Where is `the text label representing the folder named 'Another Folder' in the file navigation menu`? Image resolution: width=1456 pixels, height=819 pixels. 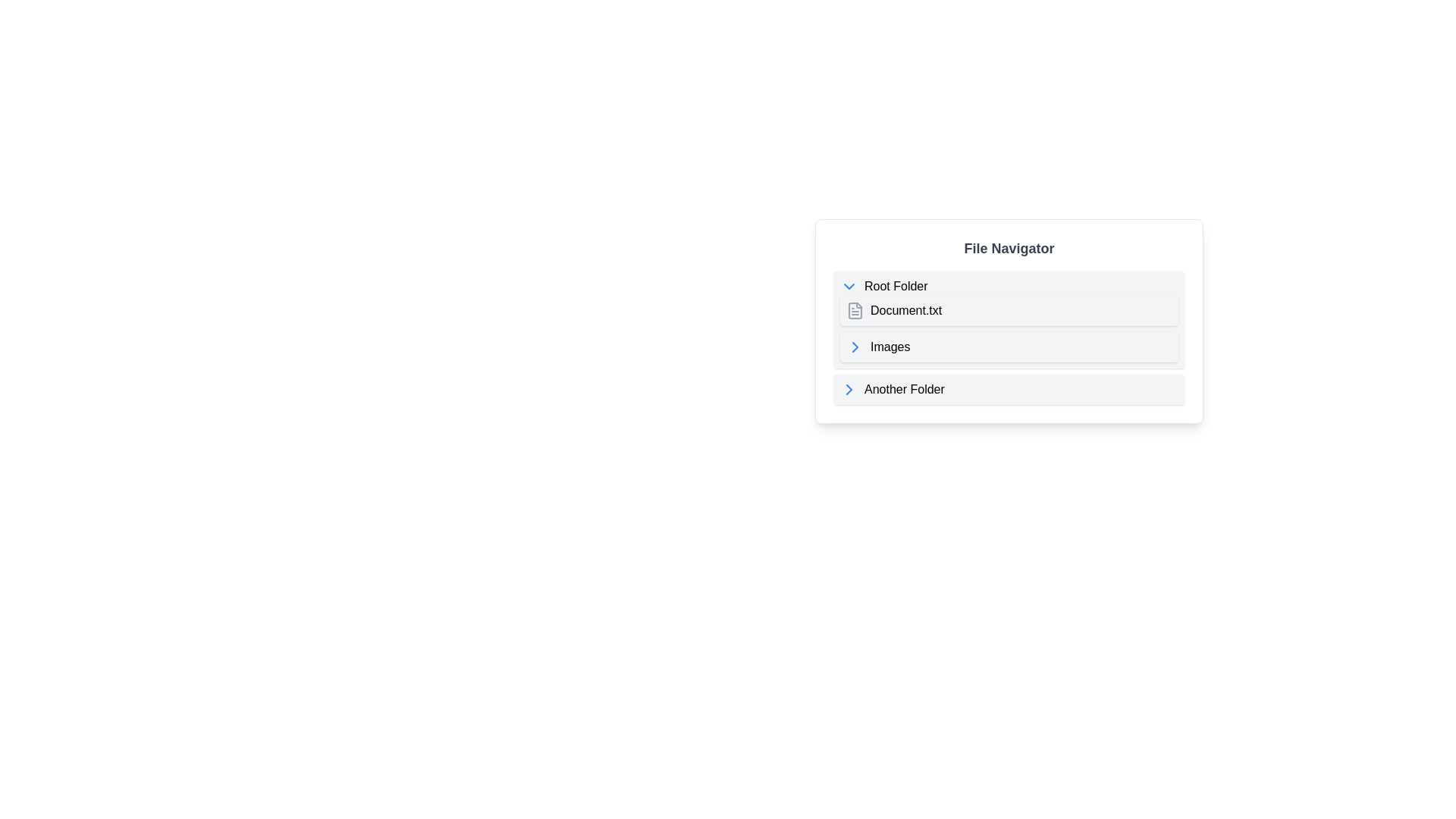
the text label representing the folder named 'Another Folder' in the file navigation menu is located at coordinates (904, 388).